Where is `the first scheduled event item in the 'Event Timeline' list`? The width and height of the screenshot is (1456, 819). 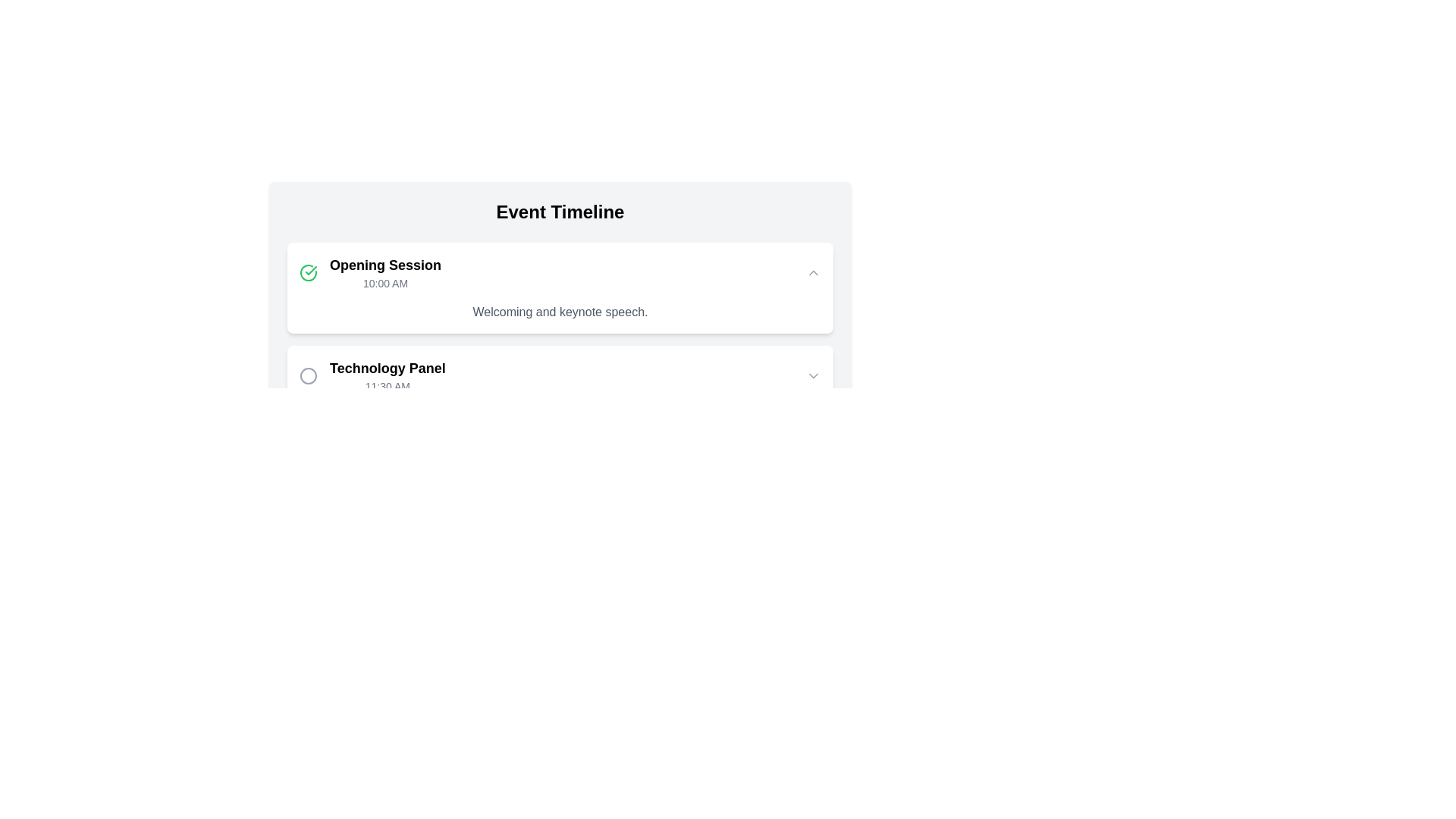
the first scheduled event item in the 'Event Timeline' list is located at coordinates (370, 271).